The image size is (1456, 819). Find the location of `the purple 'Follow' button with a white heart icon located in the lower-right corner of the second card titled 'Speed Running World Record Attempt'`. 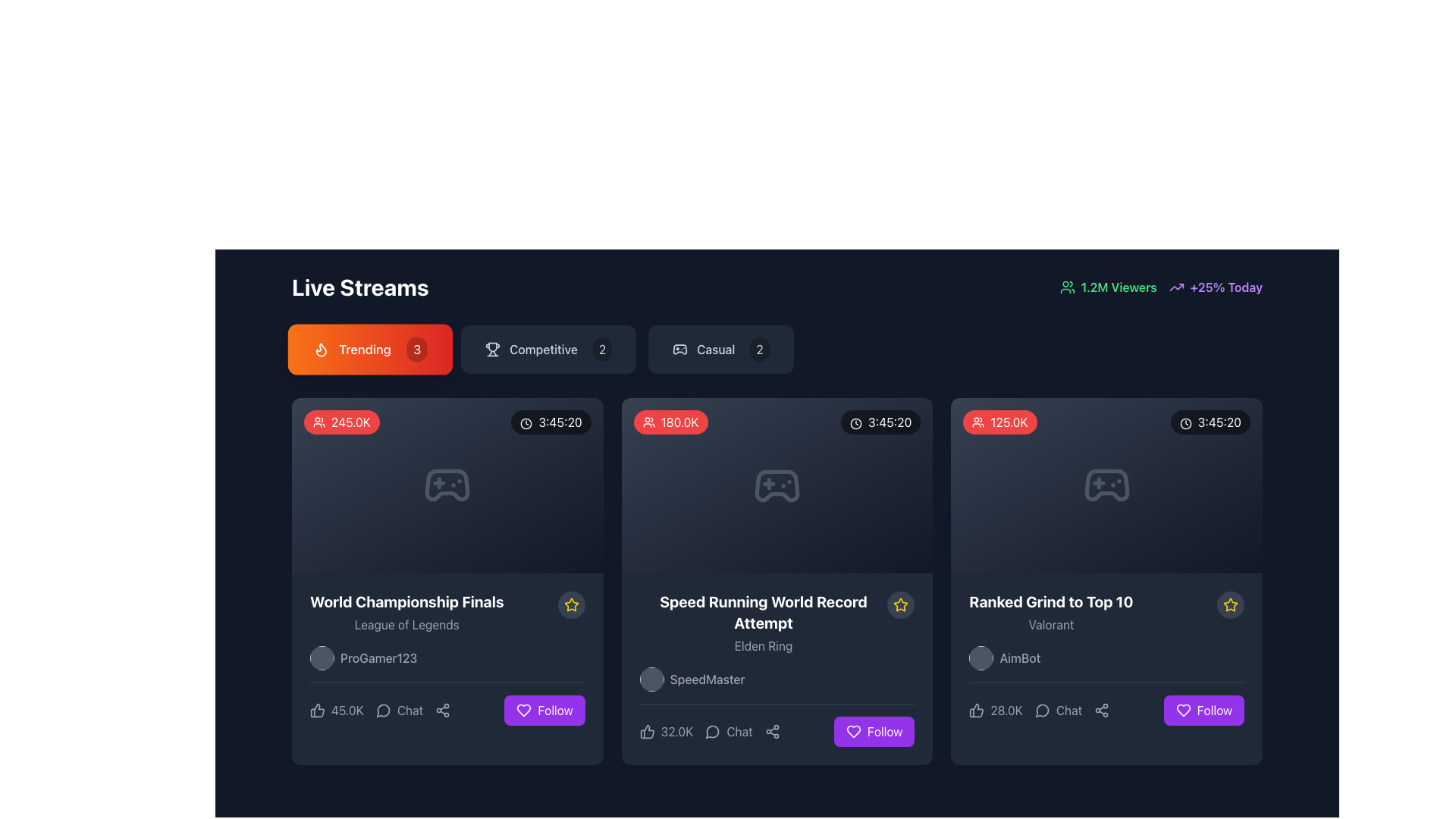

the purple 'Follow' button with a white heart icon located in the lower-right corner of the second card titled 'Speed Running World Record Attempt' is located at coordinates (874, 730).